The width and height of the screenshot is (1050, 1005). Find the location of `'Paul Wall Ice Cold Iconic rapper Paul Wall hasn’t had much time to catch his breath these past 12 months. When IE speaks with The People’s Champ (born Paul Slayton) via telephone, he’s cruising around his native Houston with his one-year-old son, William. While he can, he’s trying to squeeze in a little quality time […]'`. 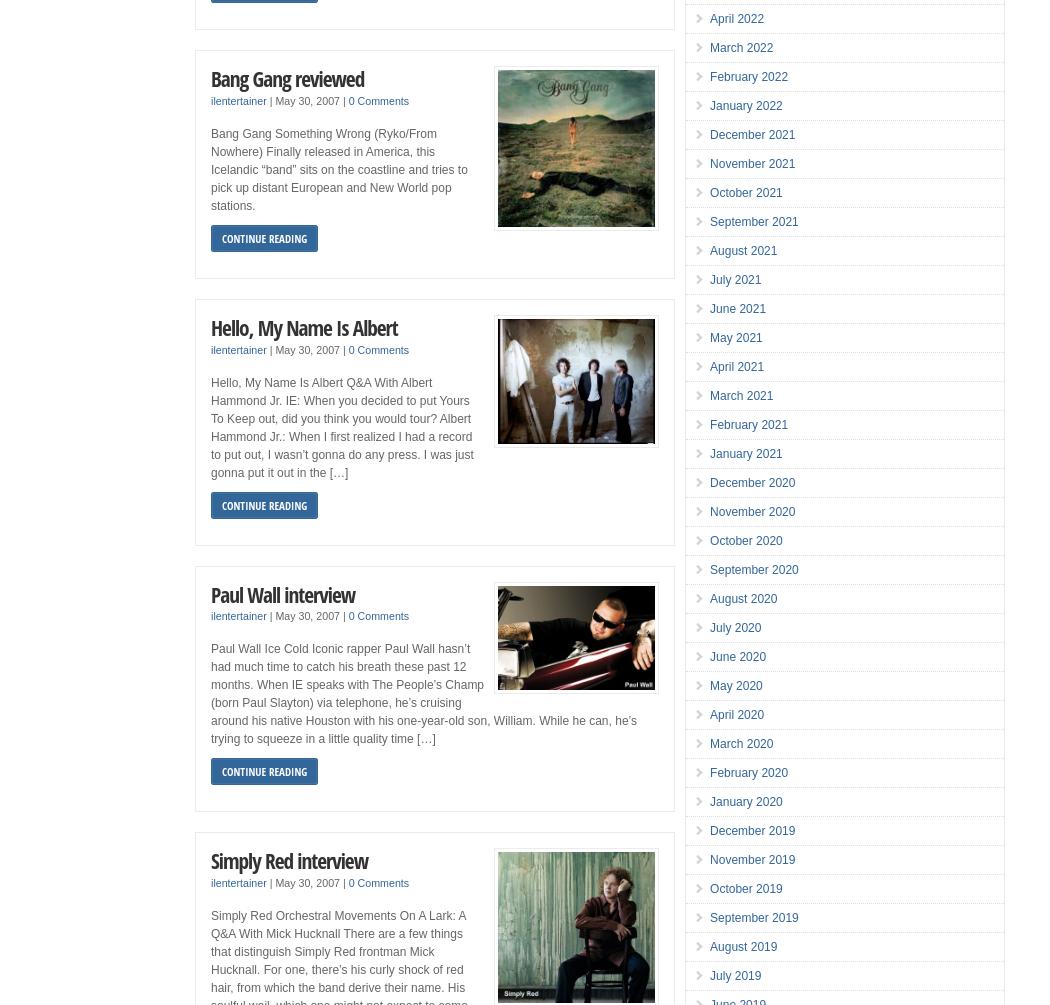

'Paul Wall Ice Cold Iconic rapper Paul Wall hasn’t had much time to catch his breath these past 12 months. When IE speaks with The People’s Champ (born Paul Slayton) via telephone, he’s cruising around his native Houston with his one-year-old son, William. While he can, he’s trying to squeeze in a little quality time […]' is located at coordinates (422, 693).